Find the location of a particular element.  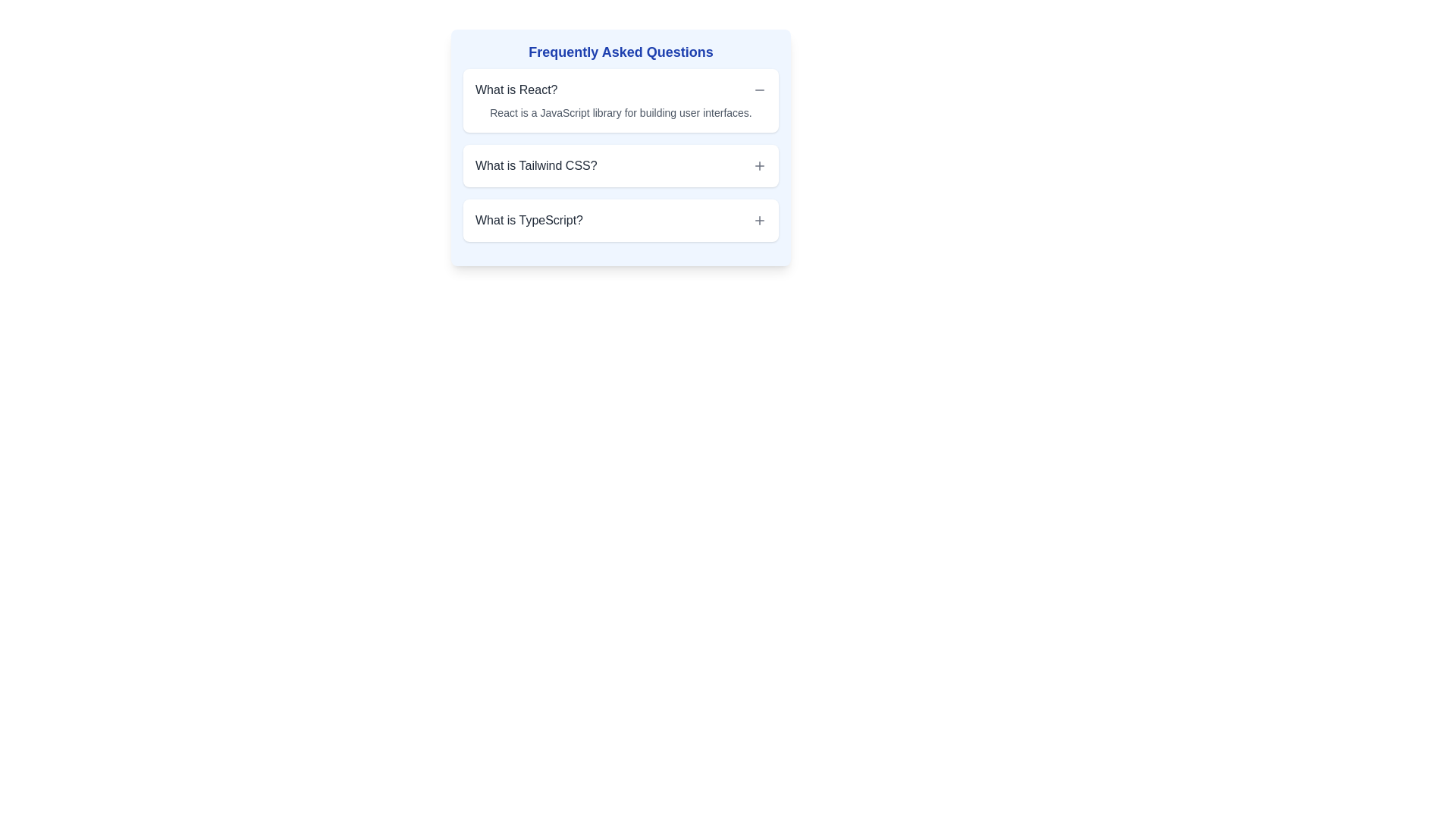

the collapse button located on the far right side of the 'What is React?' horizontal row to hide or minimize the related content displayed below is located at coordinates (760, 90).